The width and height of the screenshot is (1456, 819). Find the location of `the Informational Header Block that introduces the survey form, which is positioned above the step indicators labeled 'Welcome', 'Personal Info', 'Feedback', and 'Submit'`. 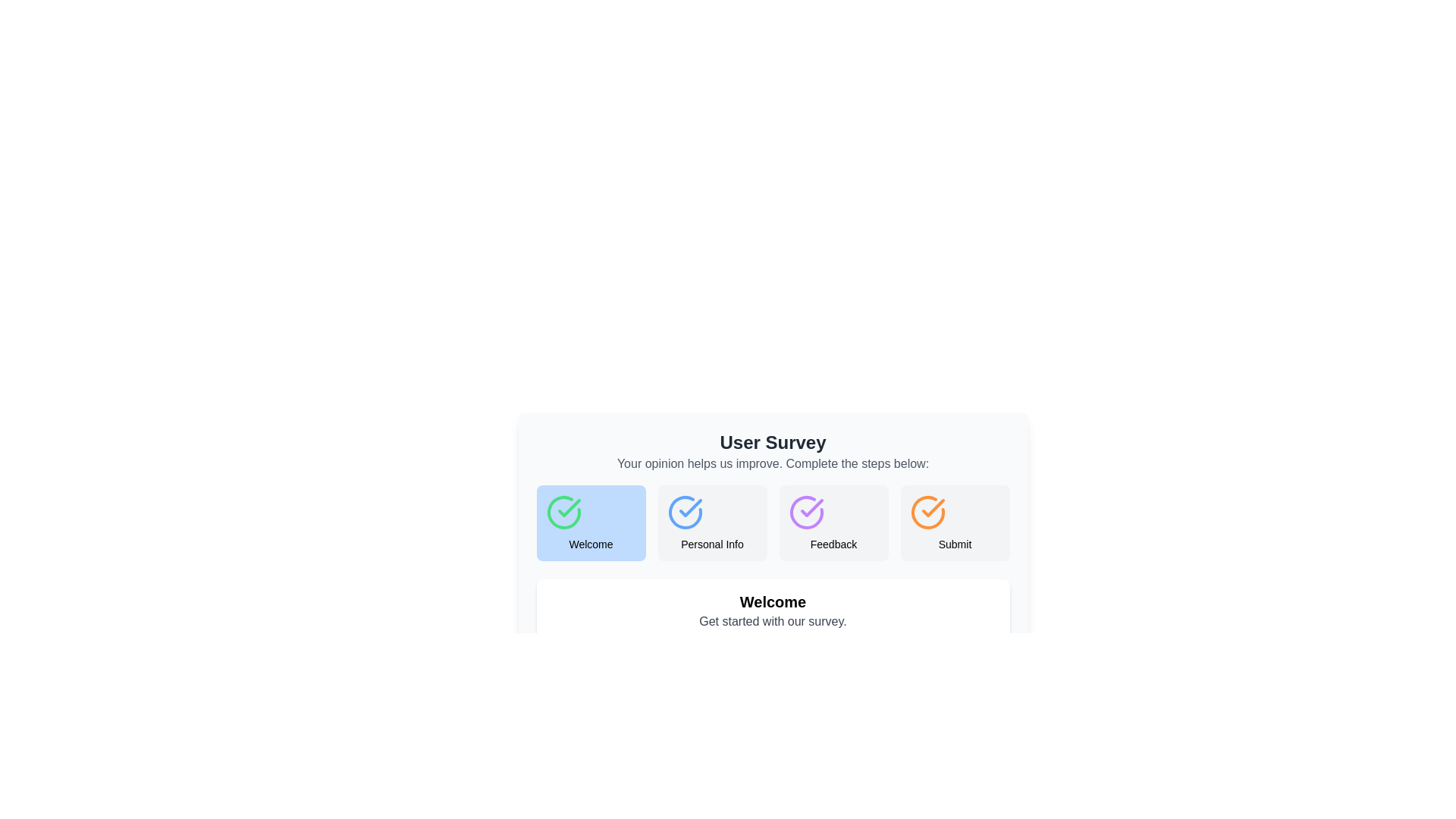

the Informational Header Block that introduces the survey form, which is positioned above the step indicators labeled 'Welcome', 'Personal Info', 'Feedback', and 'Submit' is located at coordinates (773, 451).